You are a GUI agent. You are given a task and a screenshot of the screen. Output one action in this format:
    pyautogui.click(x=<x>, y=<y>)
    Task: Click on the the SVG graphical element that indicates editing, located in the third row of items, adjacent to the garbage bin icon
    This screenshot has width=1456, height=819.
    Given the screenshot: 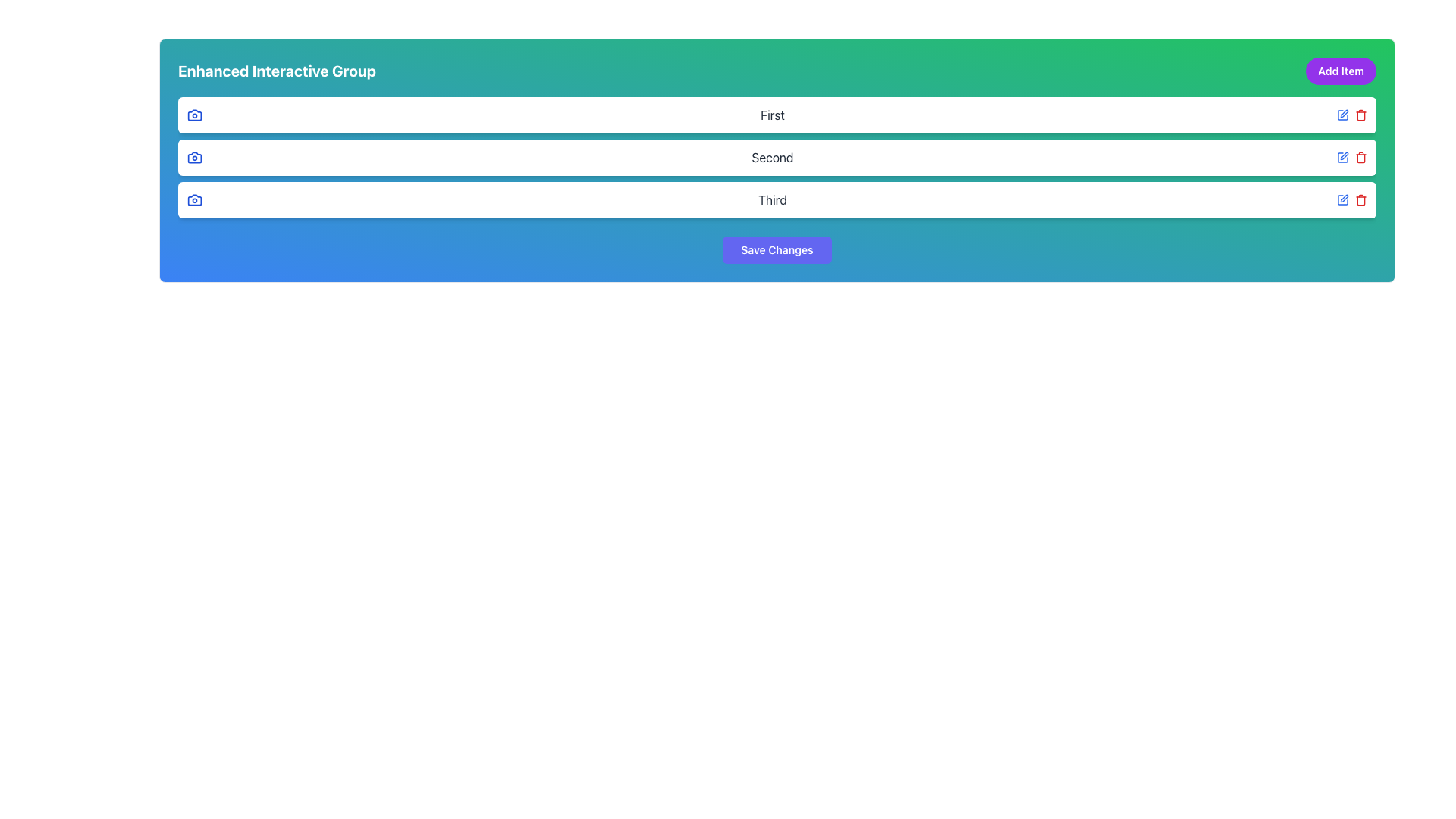 What is the action you would take?
    pyautogui.click(x=1343, y=158)
    